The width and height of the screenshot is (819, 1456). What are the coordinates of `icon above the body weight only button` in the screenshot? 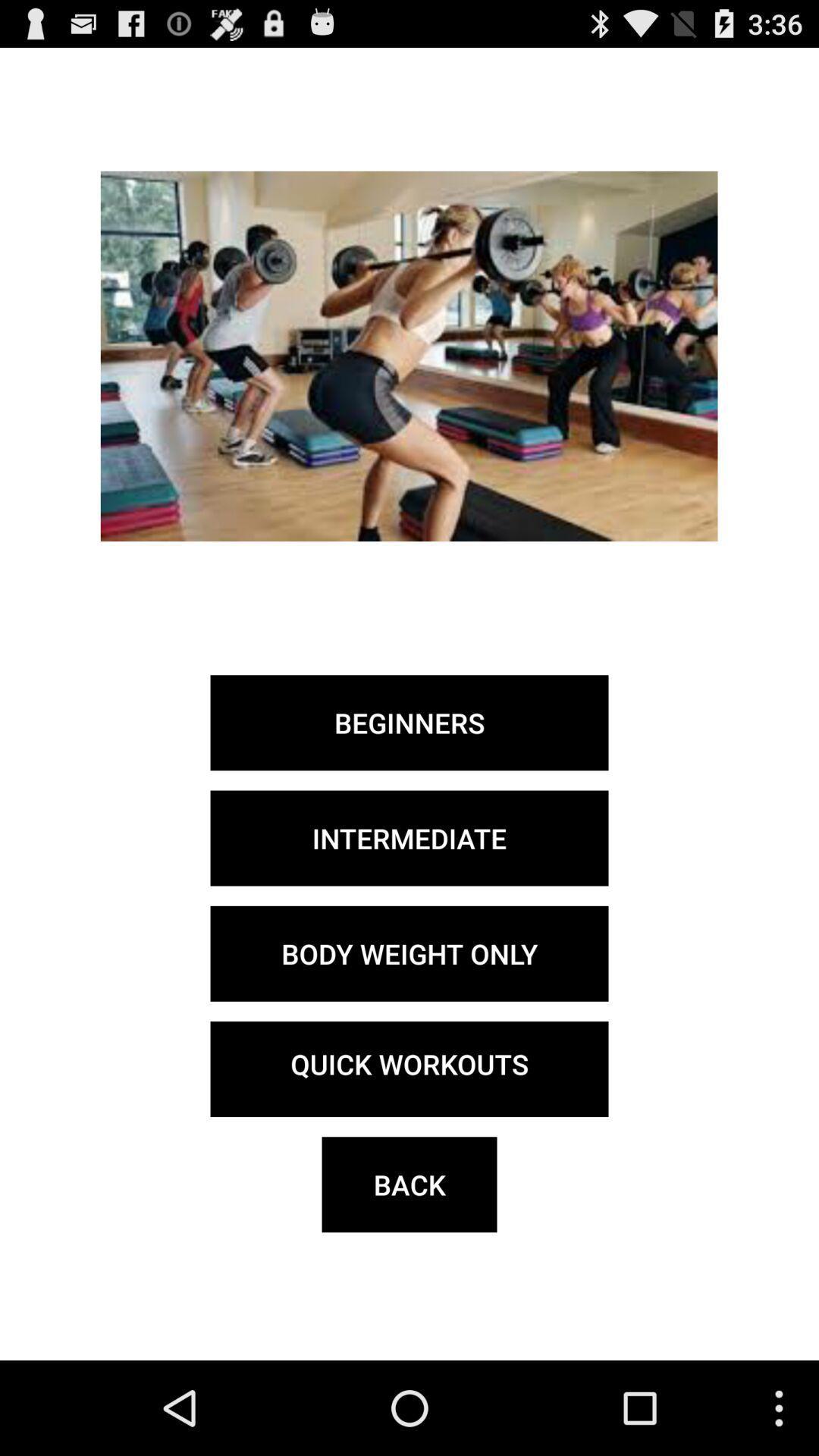 It's located at (409, 837).